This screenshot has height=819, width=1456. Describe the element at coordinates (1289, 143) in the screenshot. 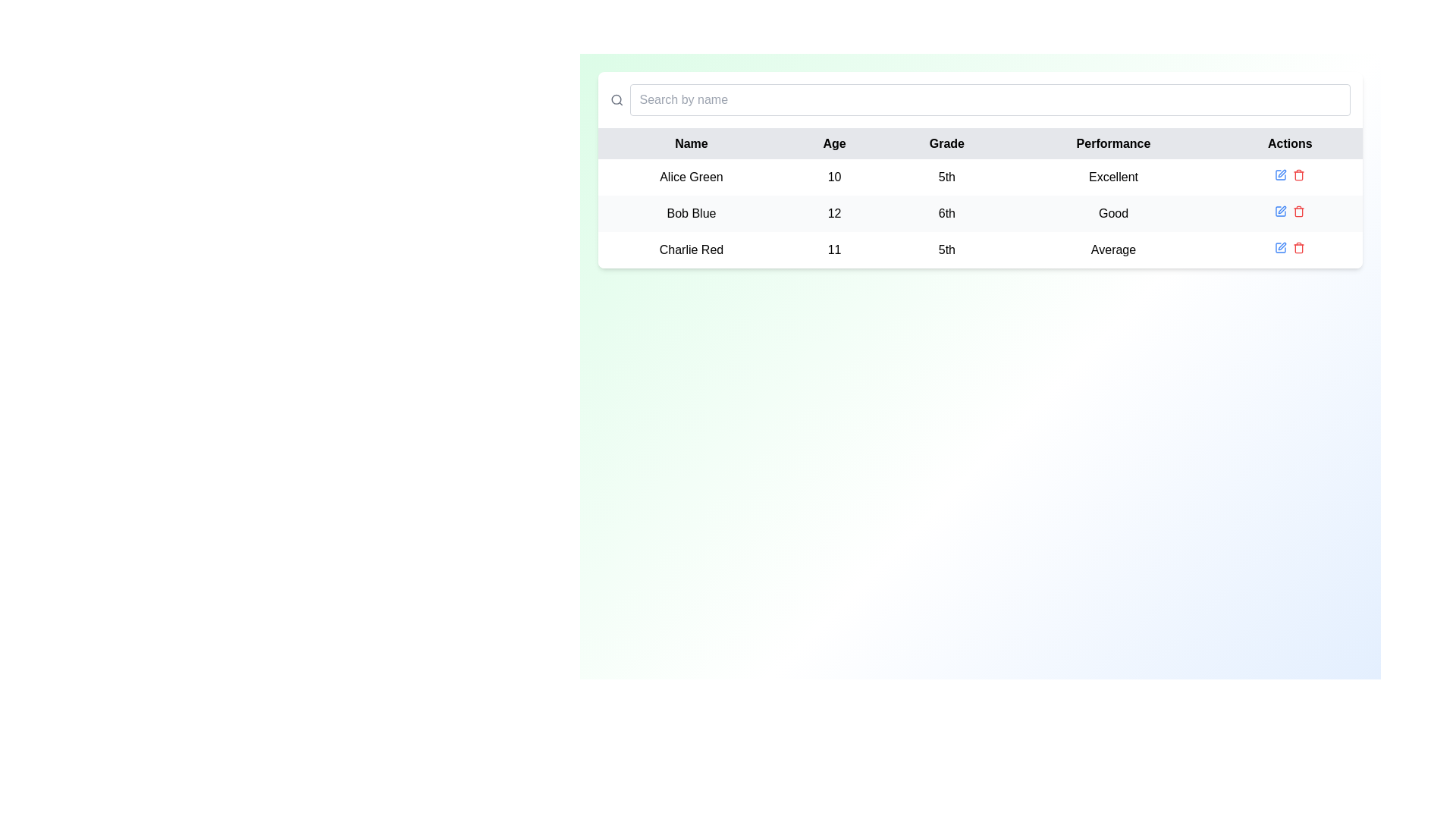

I see `the Table Header Cell labeled 'Actions', which is the fifth cell in the header row of the table, featuring a gray background and bold black text` at that location.